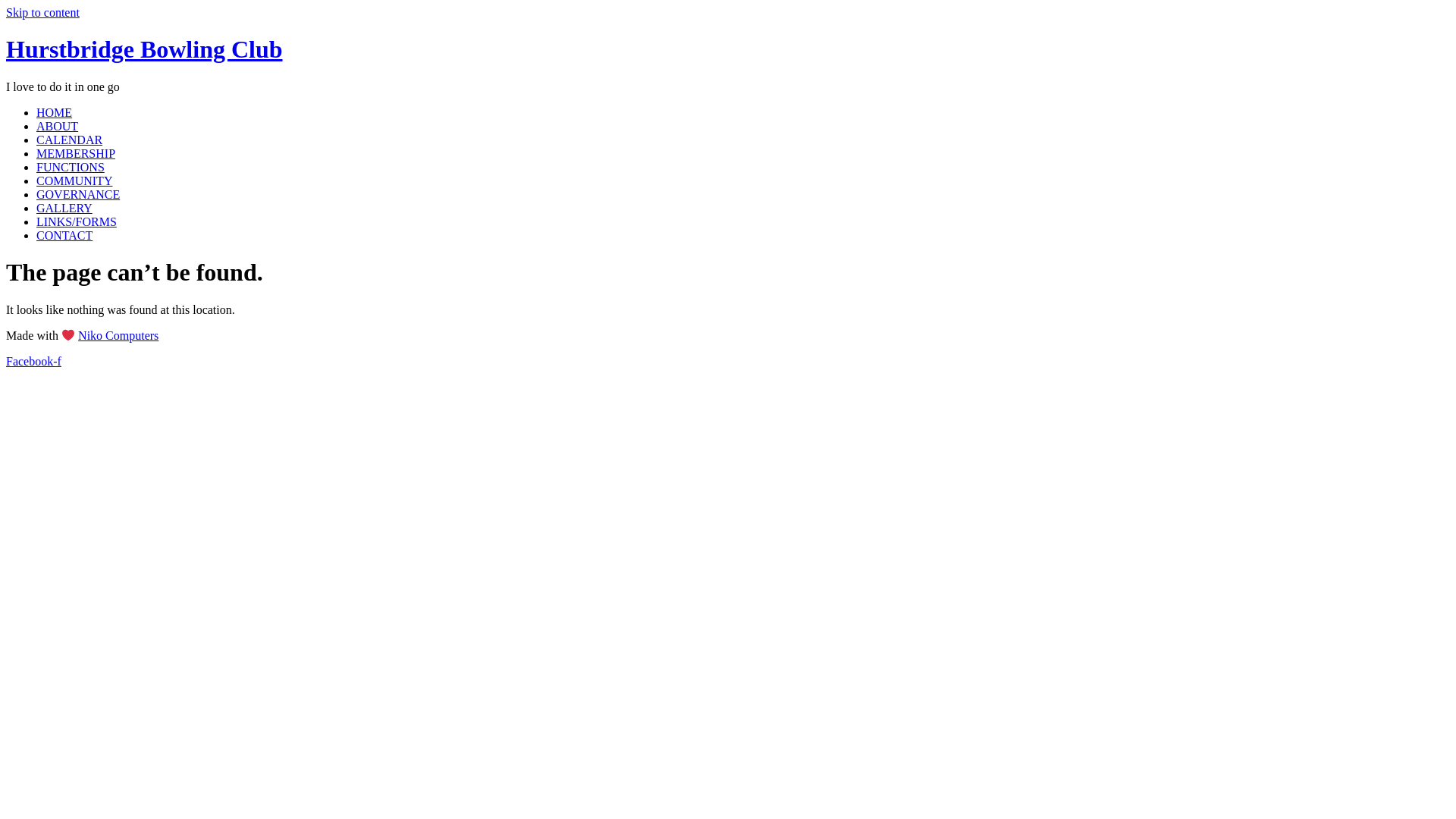  What do you see at coordinates (64, 208) in the screenshot?
I see `'GALLERY'` at bounding box center [64, 208].